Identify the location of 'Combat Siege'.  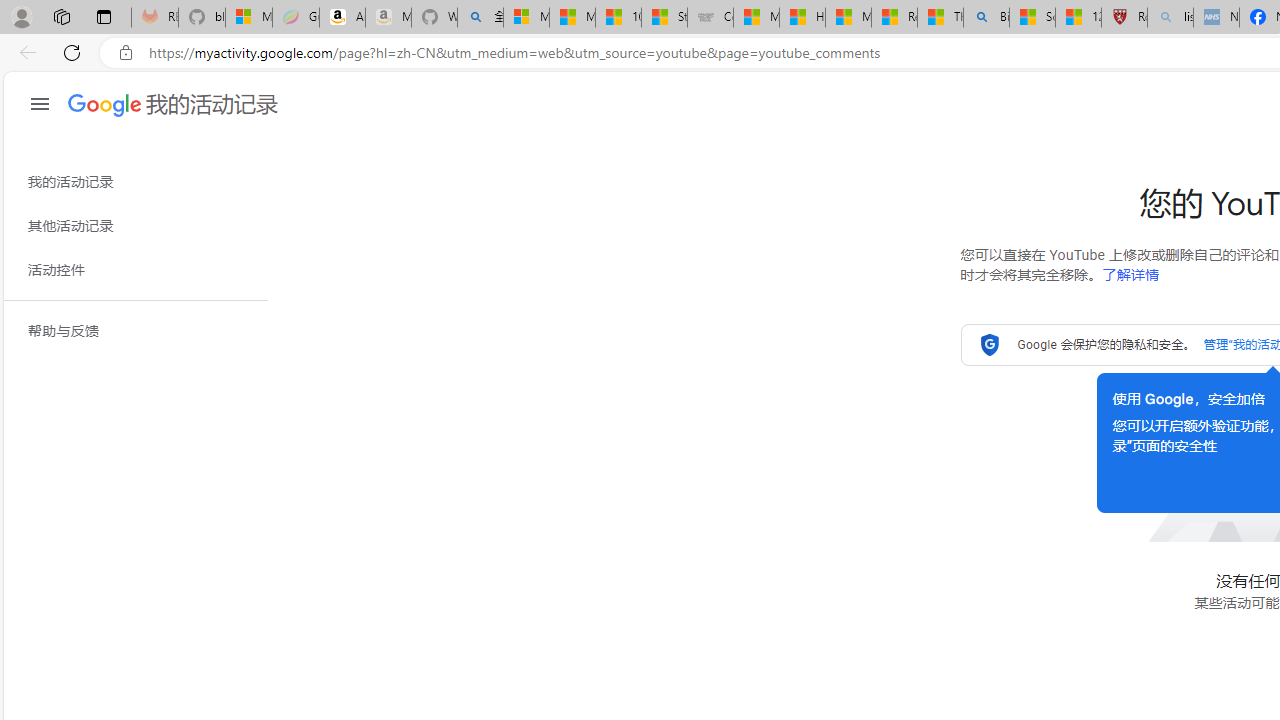
(710, 17).